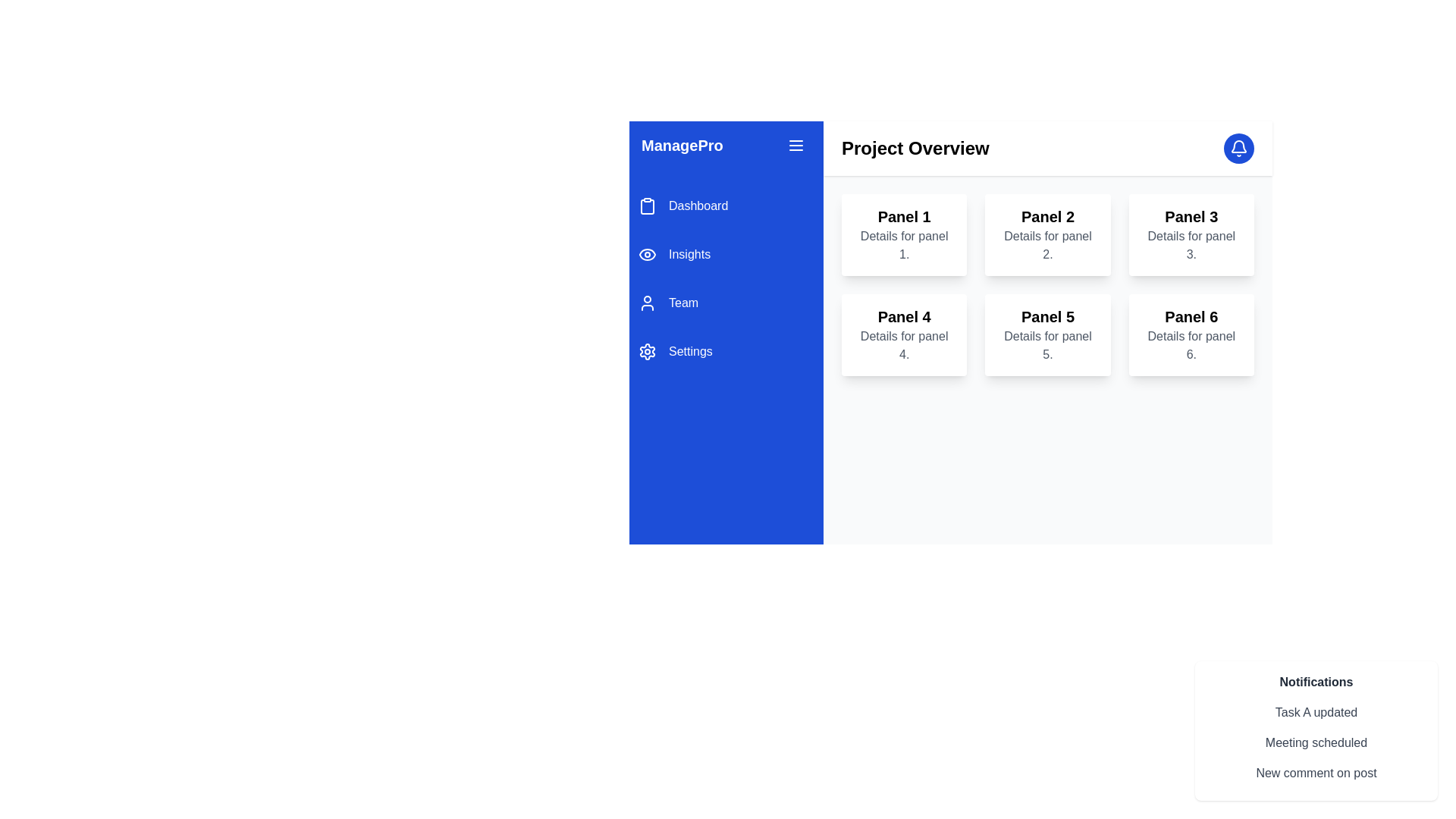 The height and width of the screenshot is (819, 1456). I want to click on the graphical component within the notification bell icon located at the top-right area of the layout, specifically centered within the bell's structure, so click(1238, 146).